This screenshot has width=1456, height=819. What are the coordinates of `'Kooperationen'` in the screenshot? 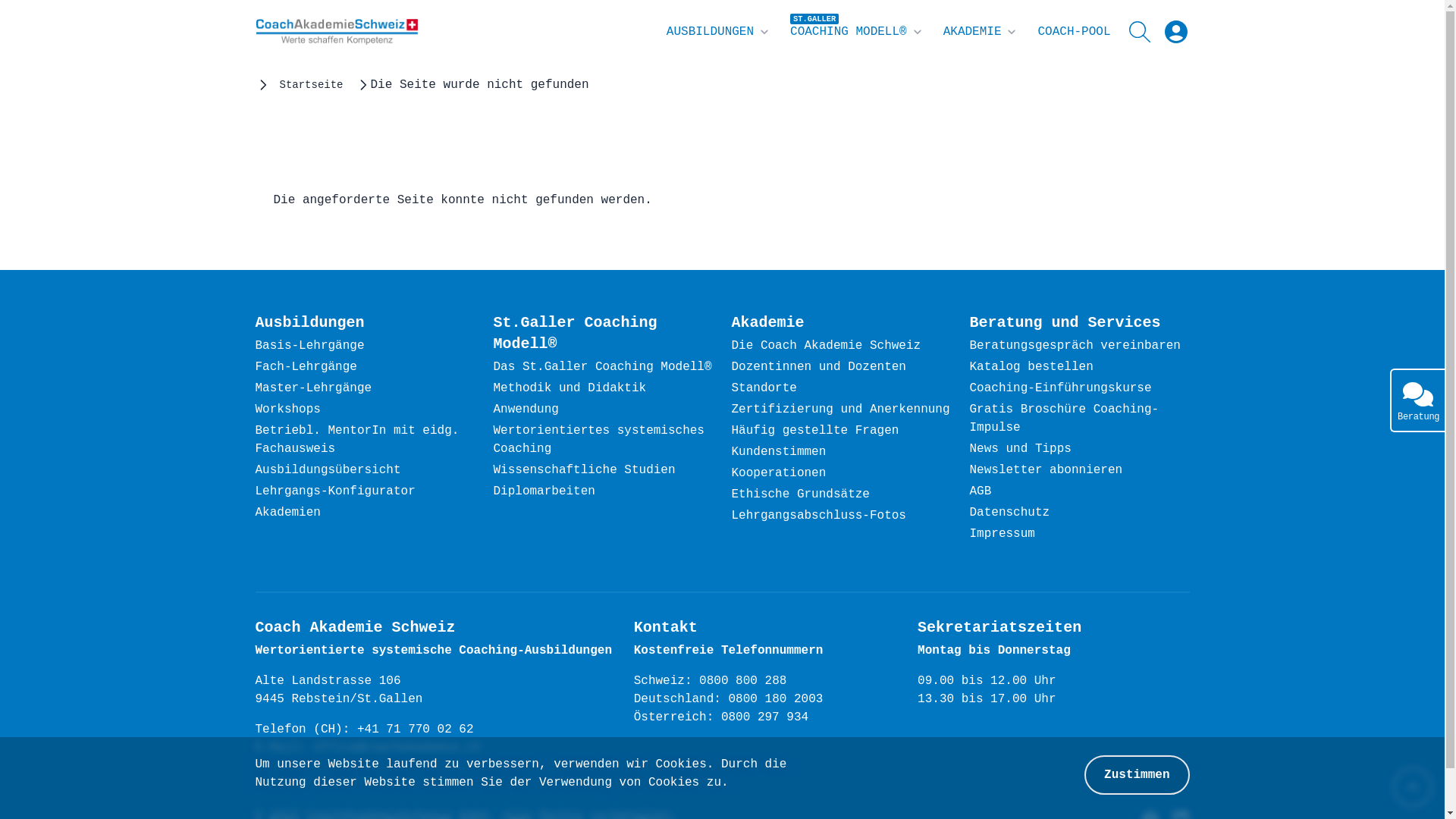 It's located at (778, 472).